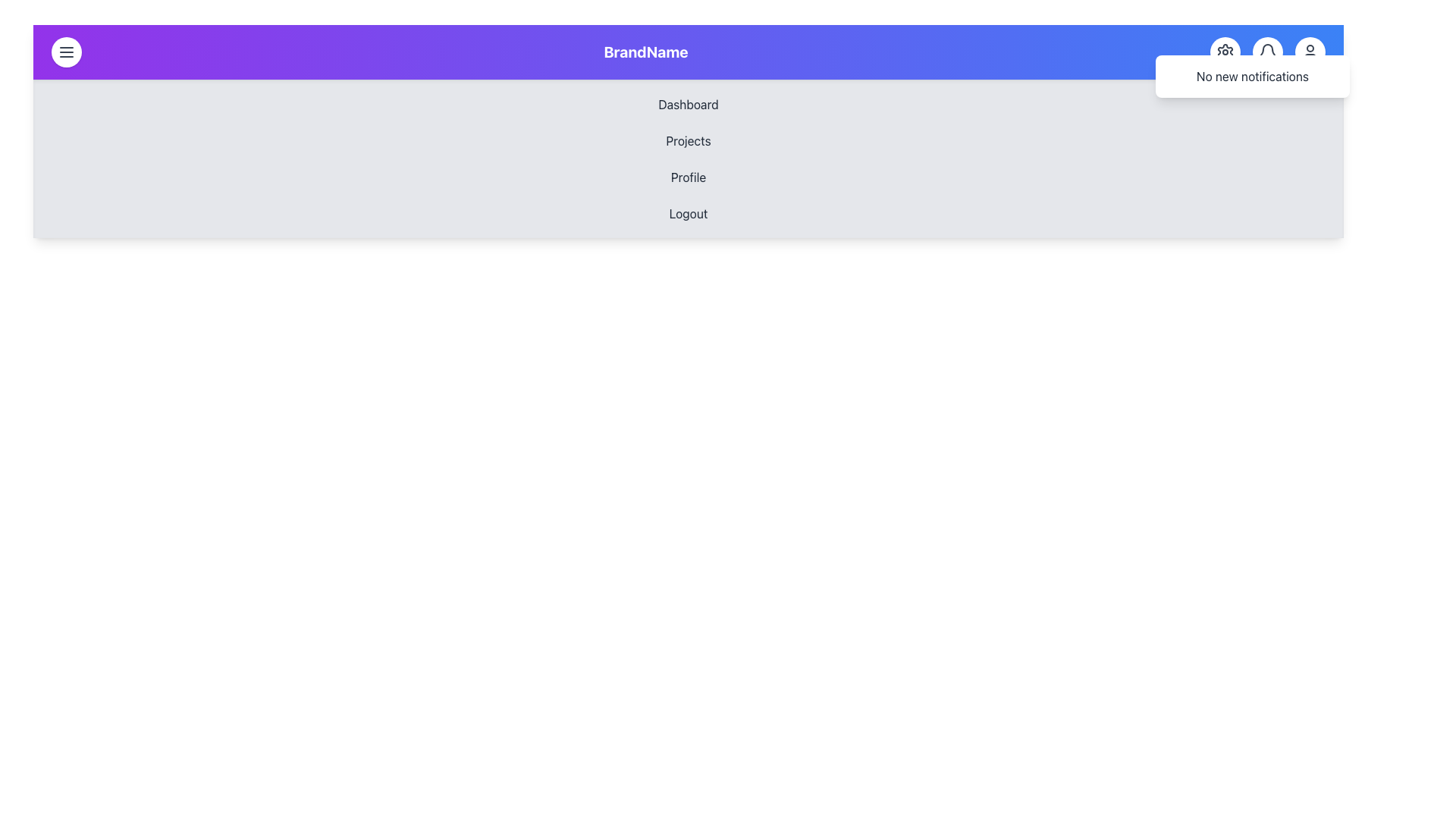  I want to click on the 'Logout' button, which is the fourth item in a vertical list of options with a gray background and rounded corners, so click(687, 213).